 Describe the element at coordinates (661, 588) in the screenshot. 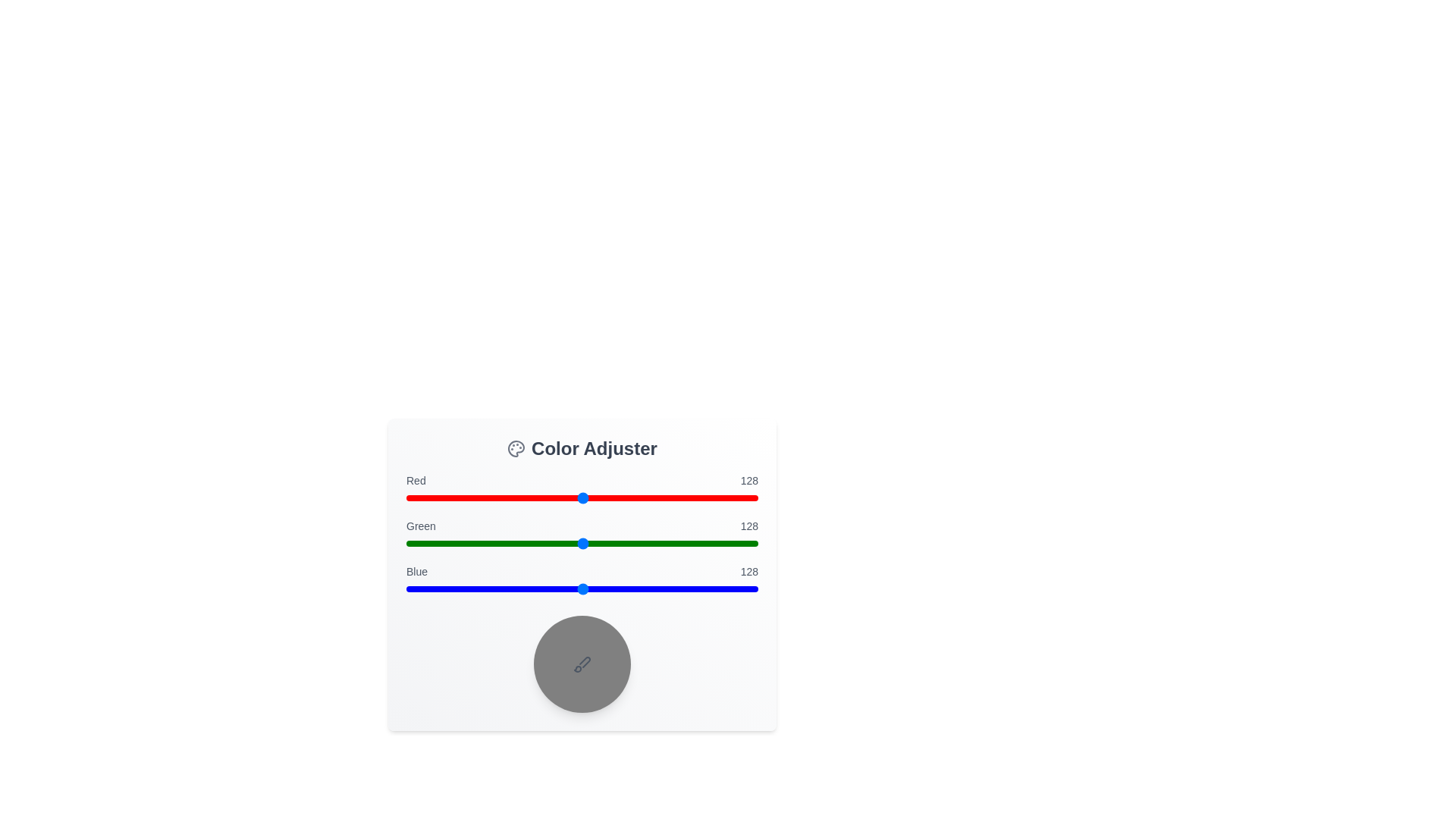

I see `the blue slider to set its value to 185` at that location.